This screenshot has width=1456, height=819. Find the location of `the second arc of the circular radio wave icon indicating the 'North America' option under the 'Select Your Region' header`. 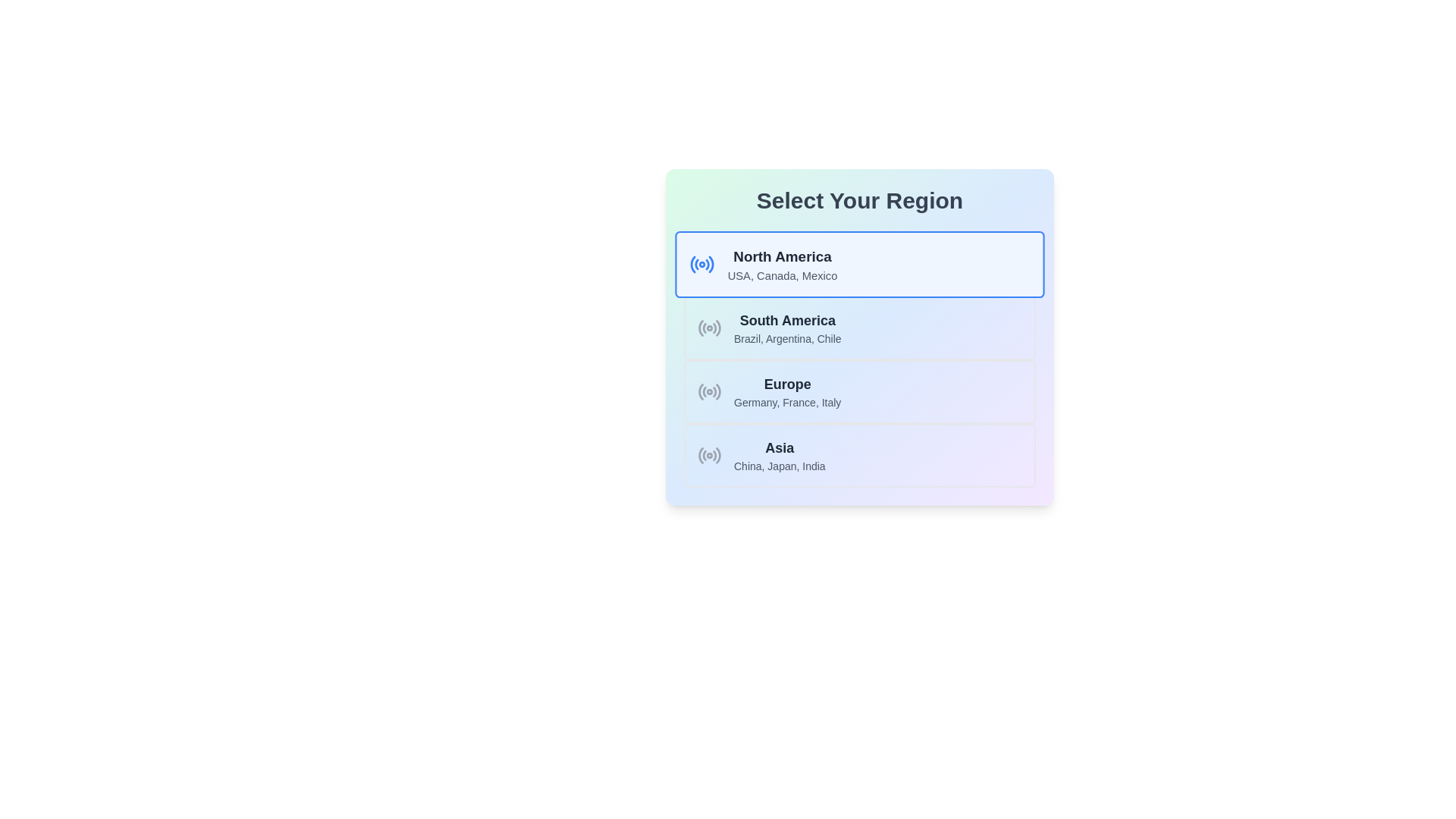

the second arc of the circular radio wave icon indicating the 'North America' option under the 'Select Your Region' header is located at coordinates (696, 263).